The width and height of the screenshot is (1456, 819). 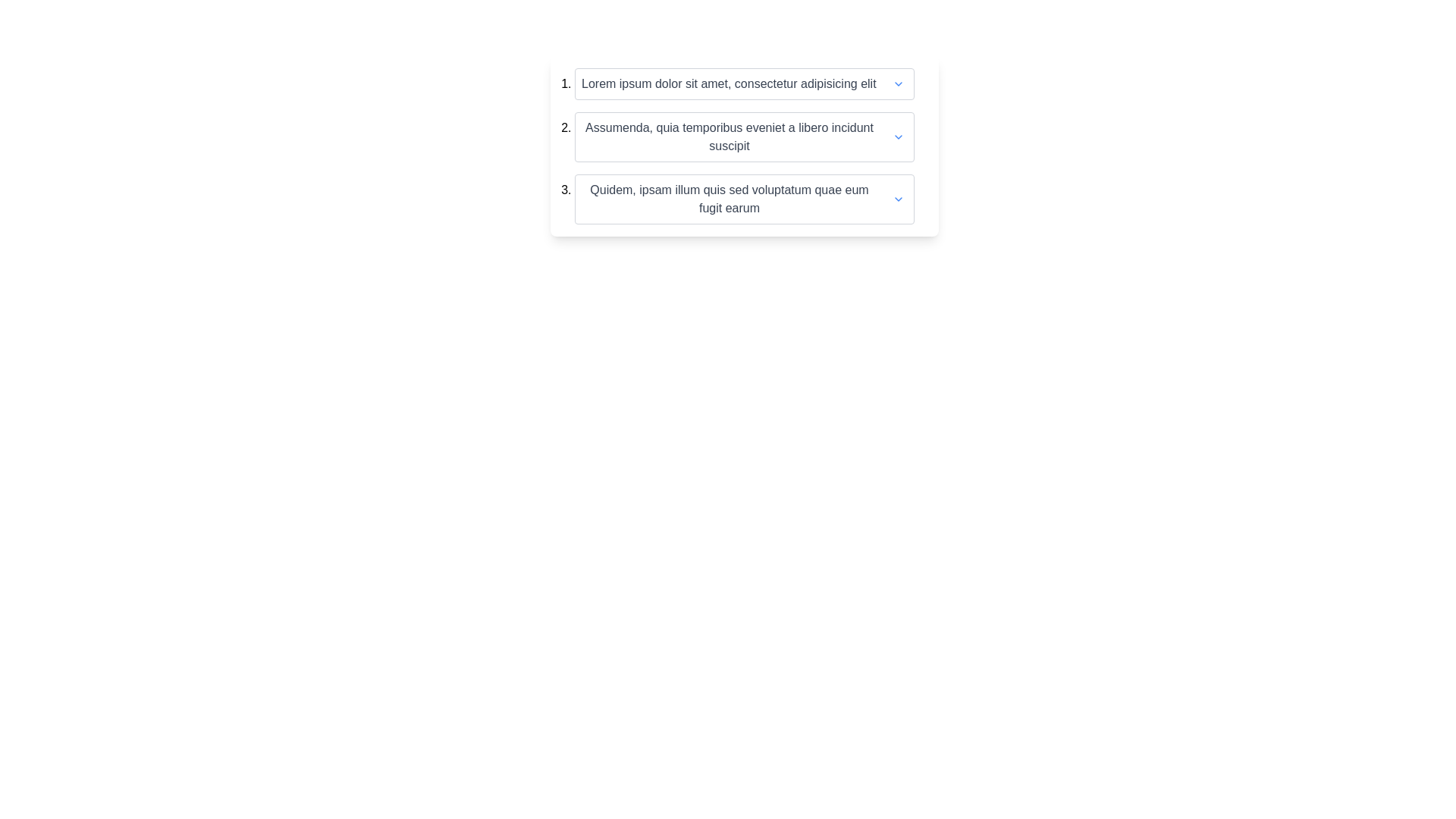 I want to click on the expandable list item containing the text 'Quidem, ipsam illum quis sed voluptatum quae eum fugit earum', so click(x=745, y=198).